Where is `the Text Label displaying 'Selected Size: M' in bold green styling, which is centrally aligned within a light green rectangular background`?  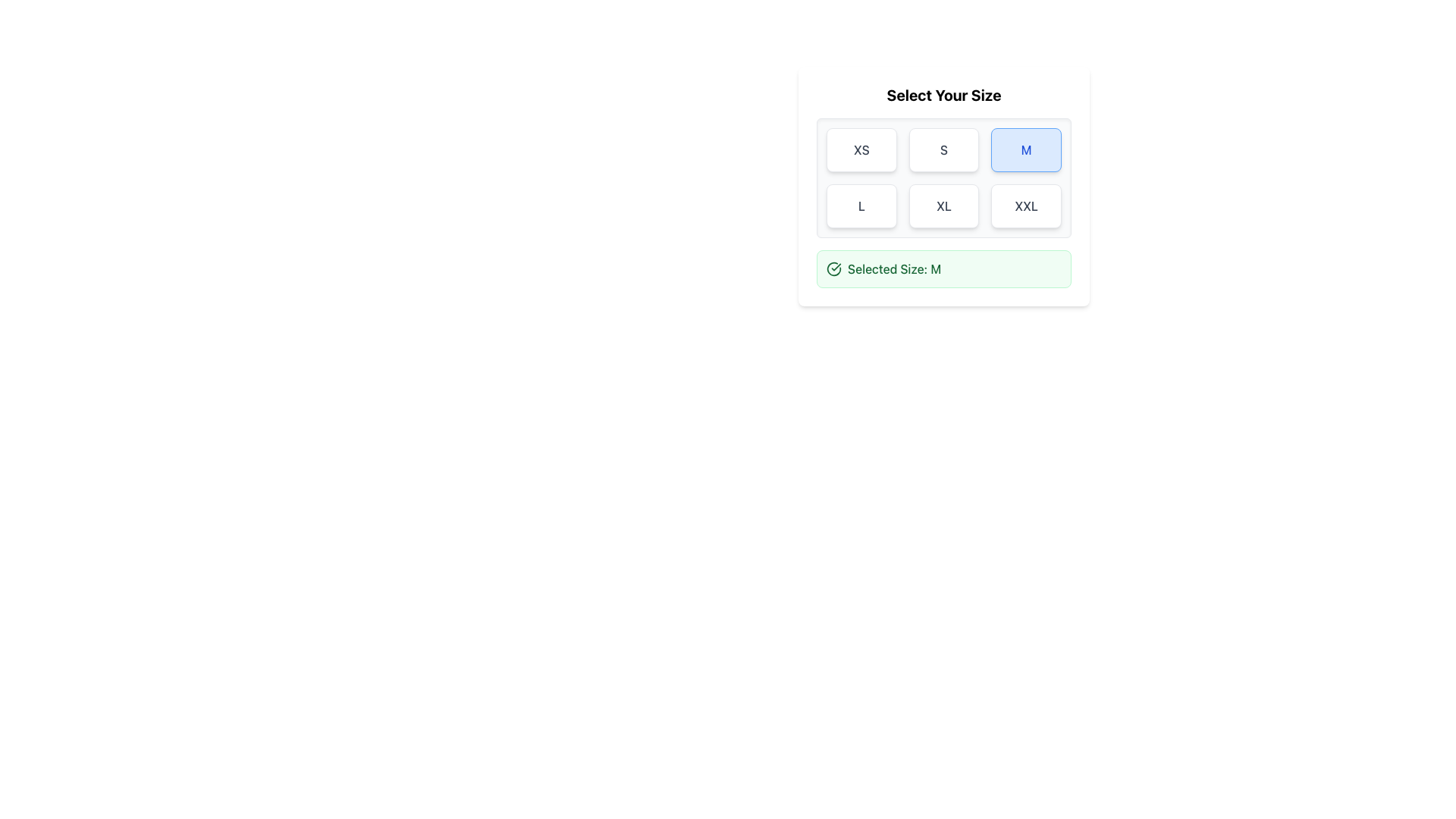
the Text Label displaying 'Selected Size: M' in bold green styling, which is centrally aligned within a light green rectangular background is located at coordinates (894, 268).